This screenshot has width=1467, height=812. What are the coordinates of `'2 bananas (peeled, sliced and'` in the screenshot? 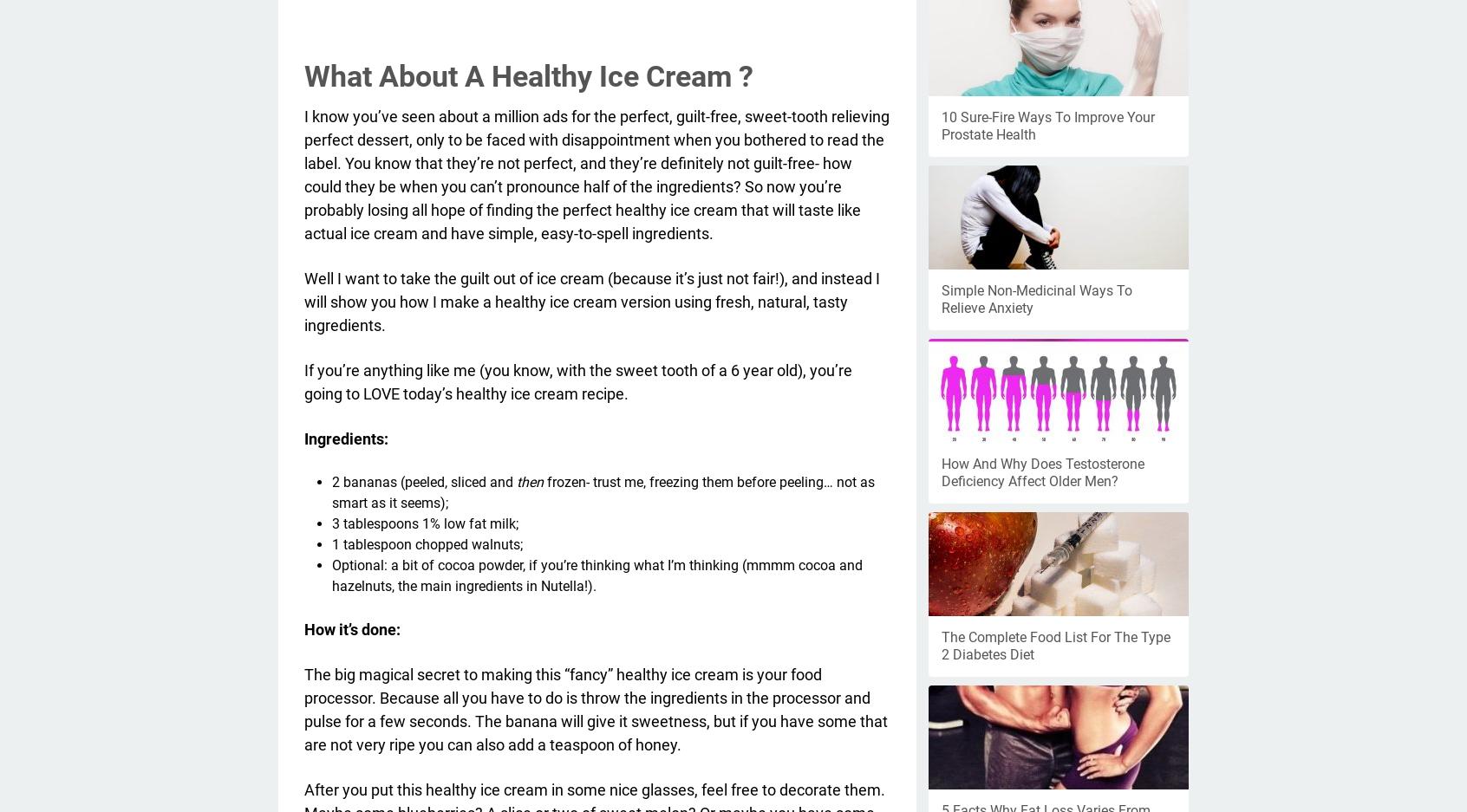 It's located at (423, 481).